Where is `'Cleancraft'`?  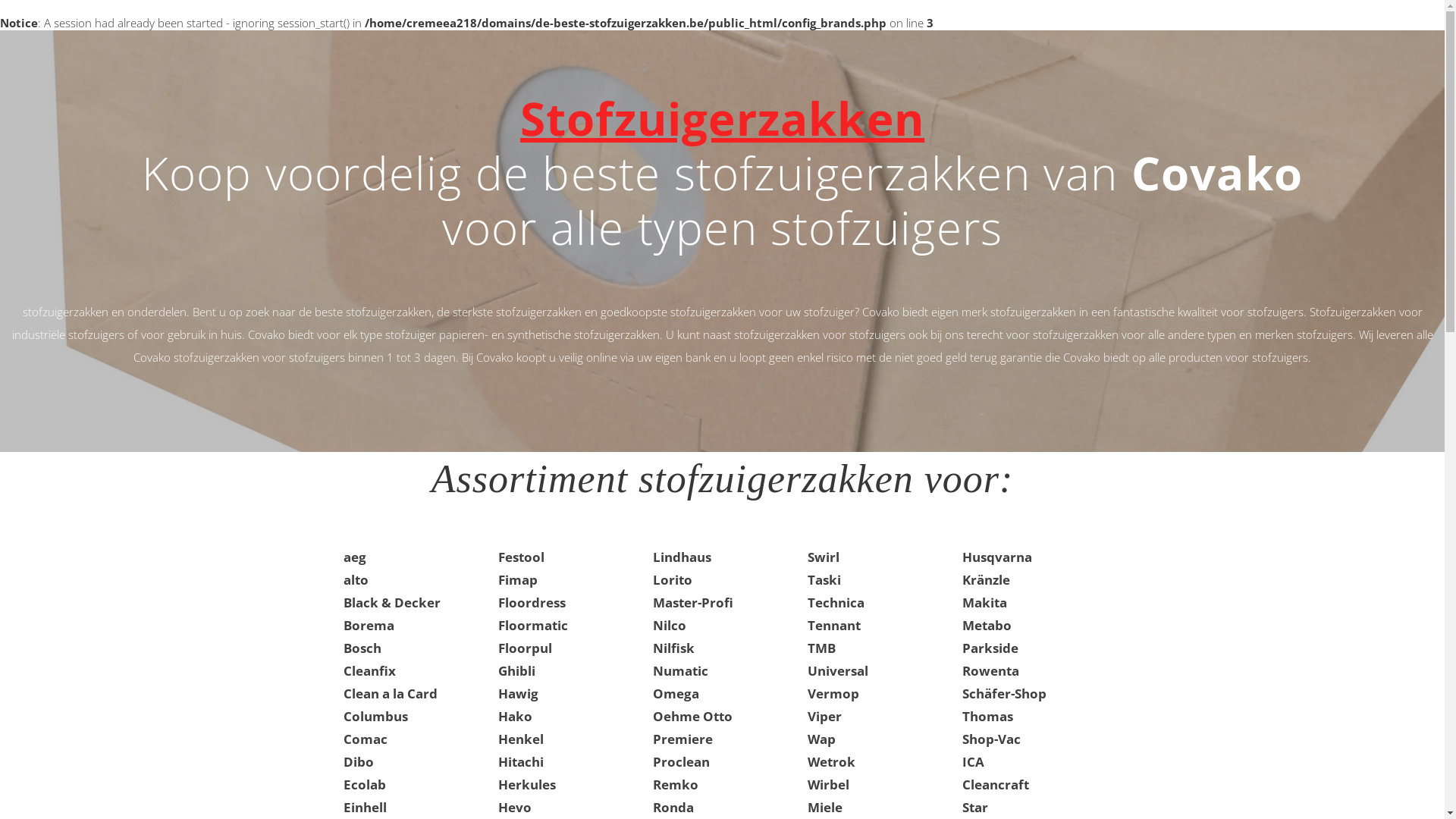 'Cleancraft' is located at coordinates (994, 784).